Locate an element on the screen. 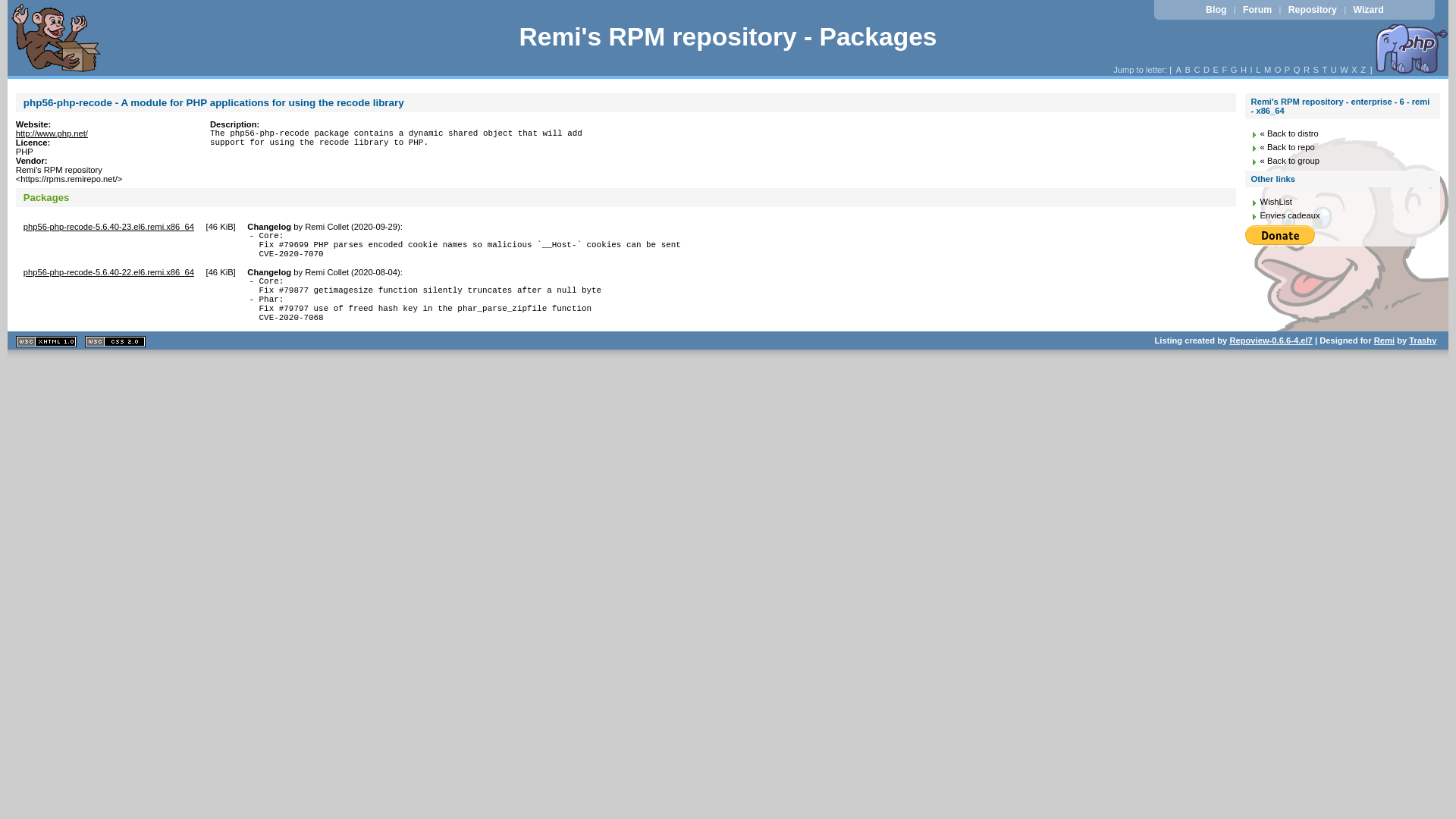 This screenshot has height=819, width=1456. 'Trashy' is located at coordinates (1422, 339).